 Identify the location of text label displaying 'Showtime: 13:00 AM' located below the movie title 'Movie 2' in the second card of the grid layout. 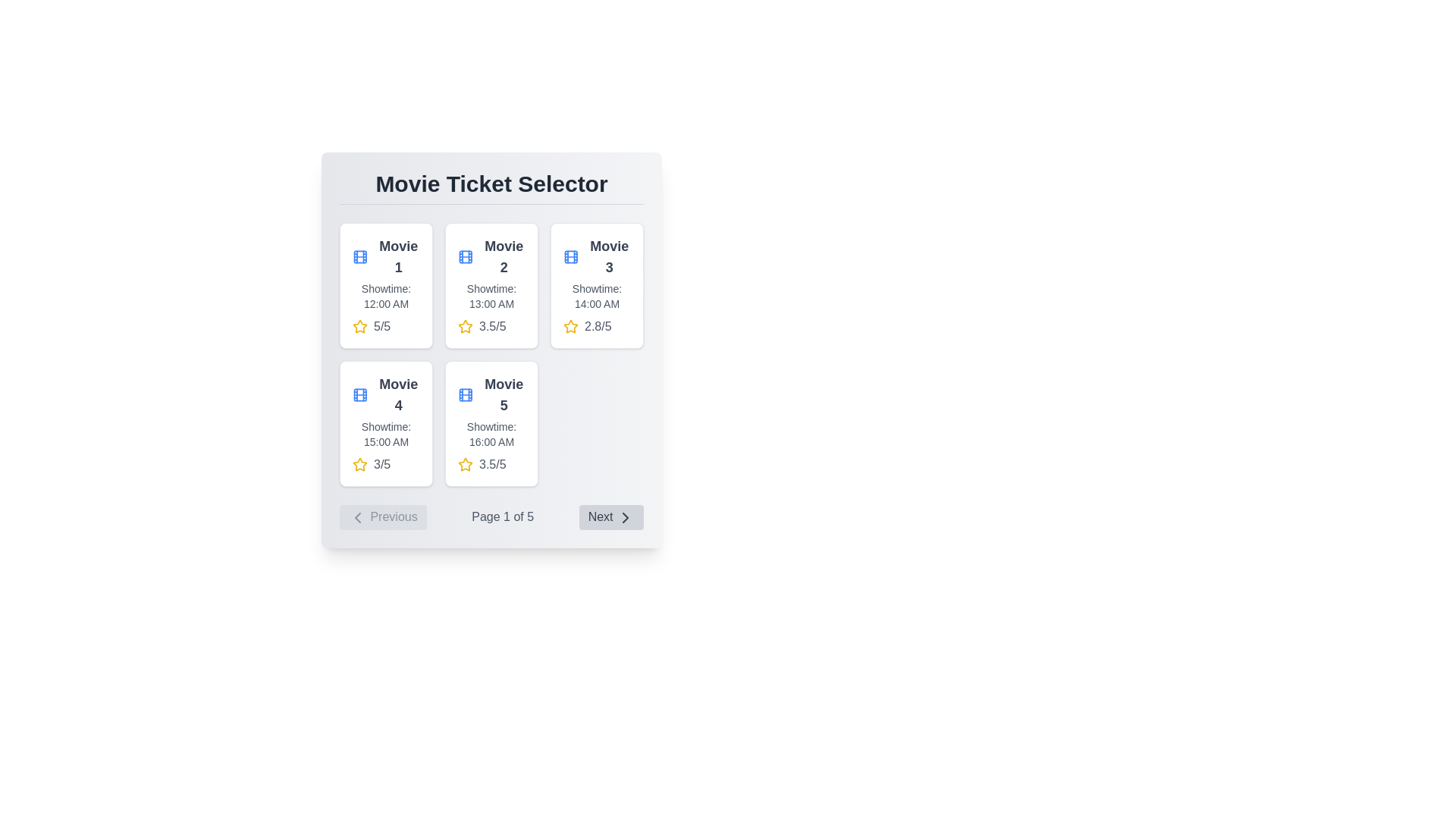
(491, 296).